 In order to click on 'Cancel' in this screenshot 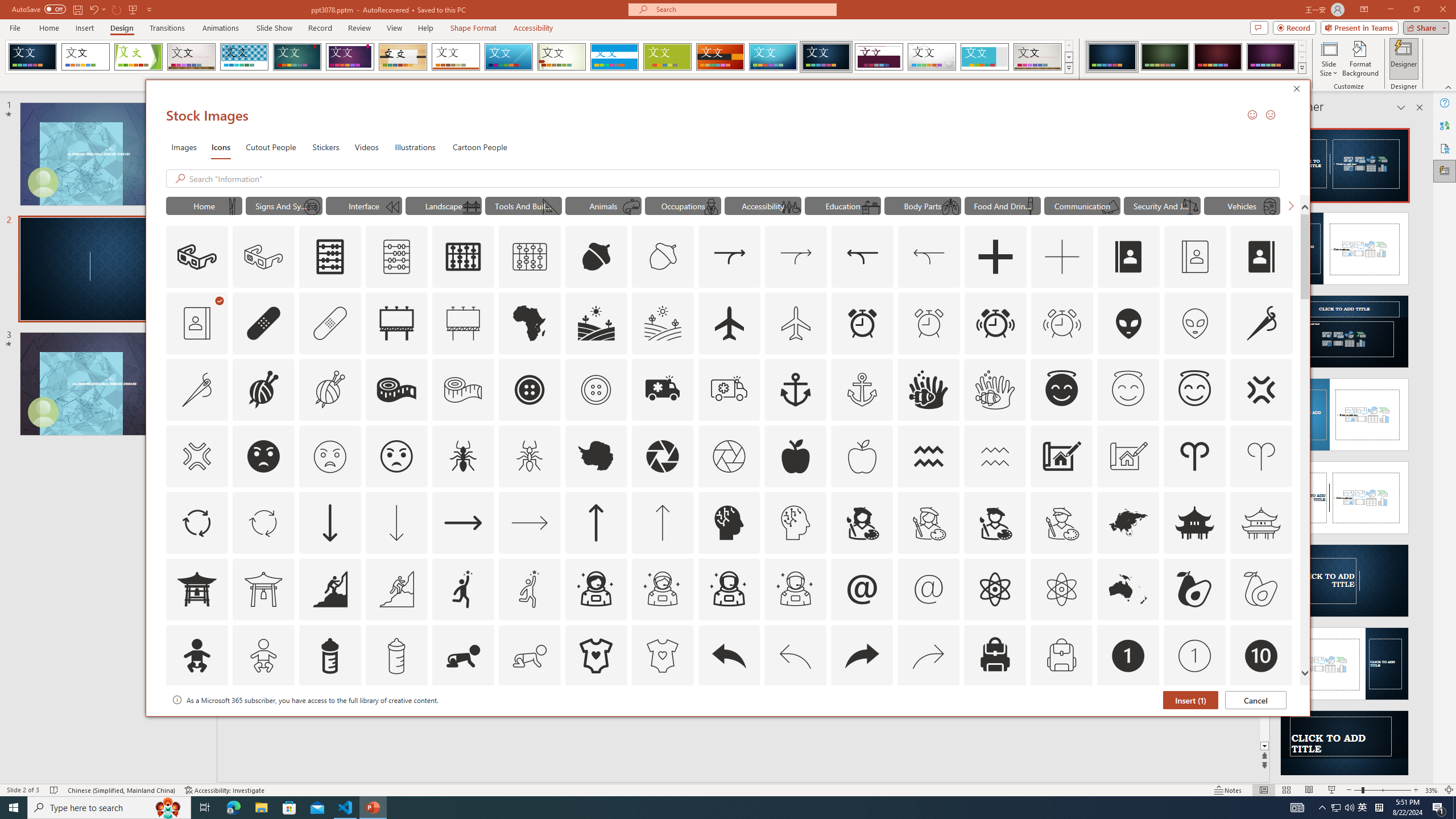, I will do `click(1256, 700)`.